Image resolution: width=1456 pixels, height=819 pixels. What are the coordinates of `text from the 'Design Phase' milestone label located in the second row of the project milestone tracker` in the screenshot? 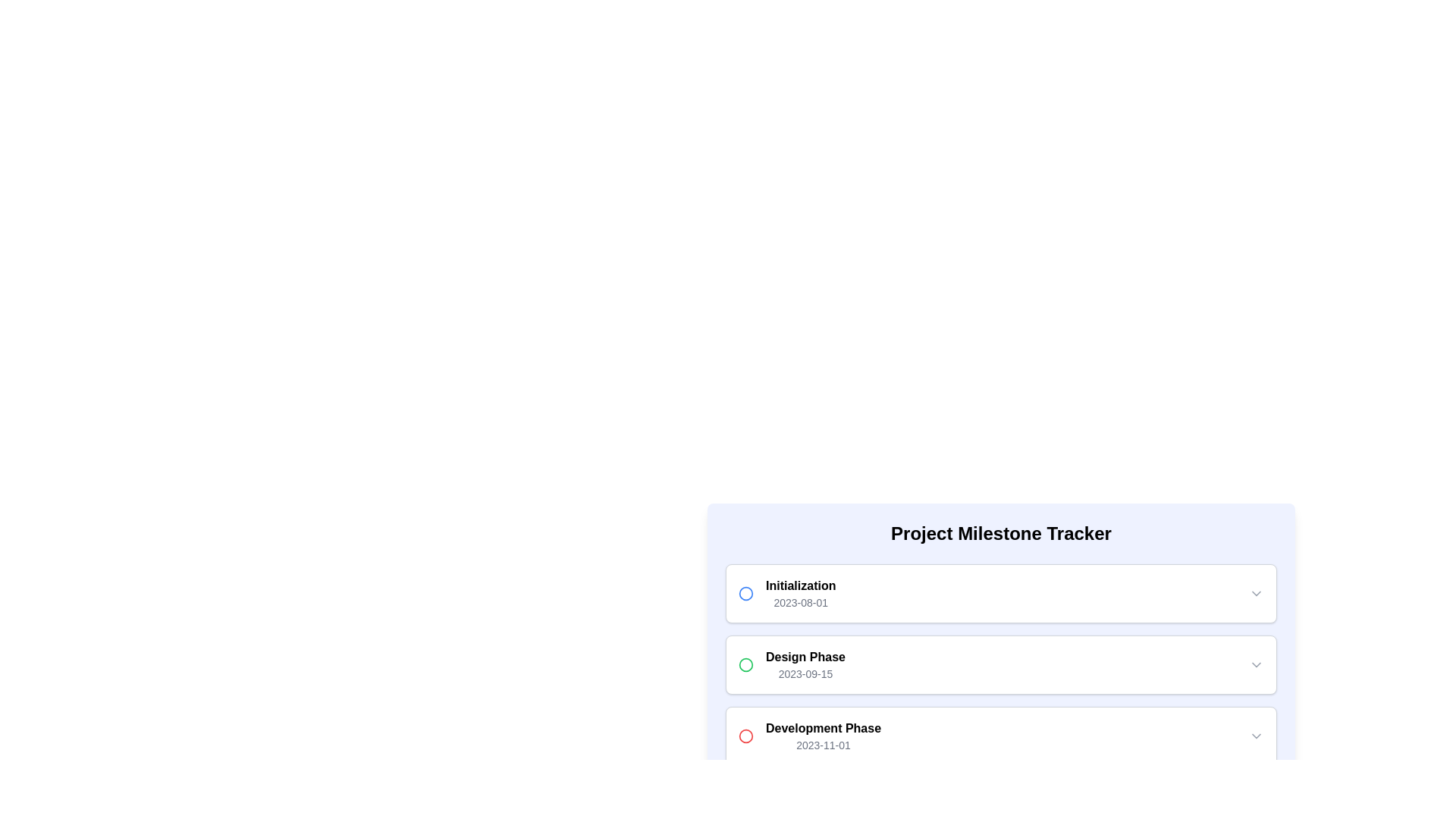 It's located at (805, 664).